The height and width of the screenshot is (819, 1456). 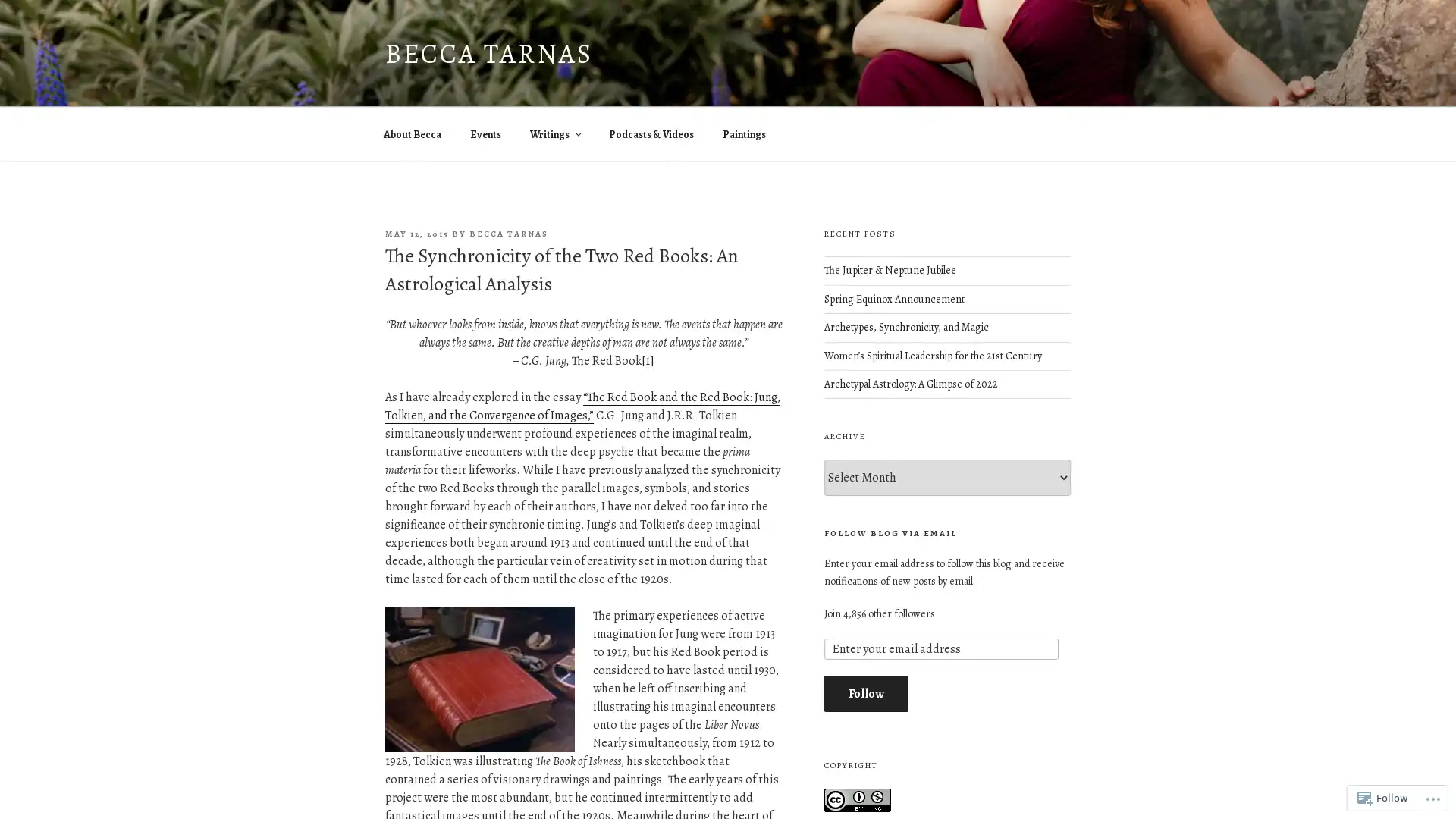 What do you see at coordinates (865, 693) in the screenshot?
I see `Follow` at bounding box center [865, 693].